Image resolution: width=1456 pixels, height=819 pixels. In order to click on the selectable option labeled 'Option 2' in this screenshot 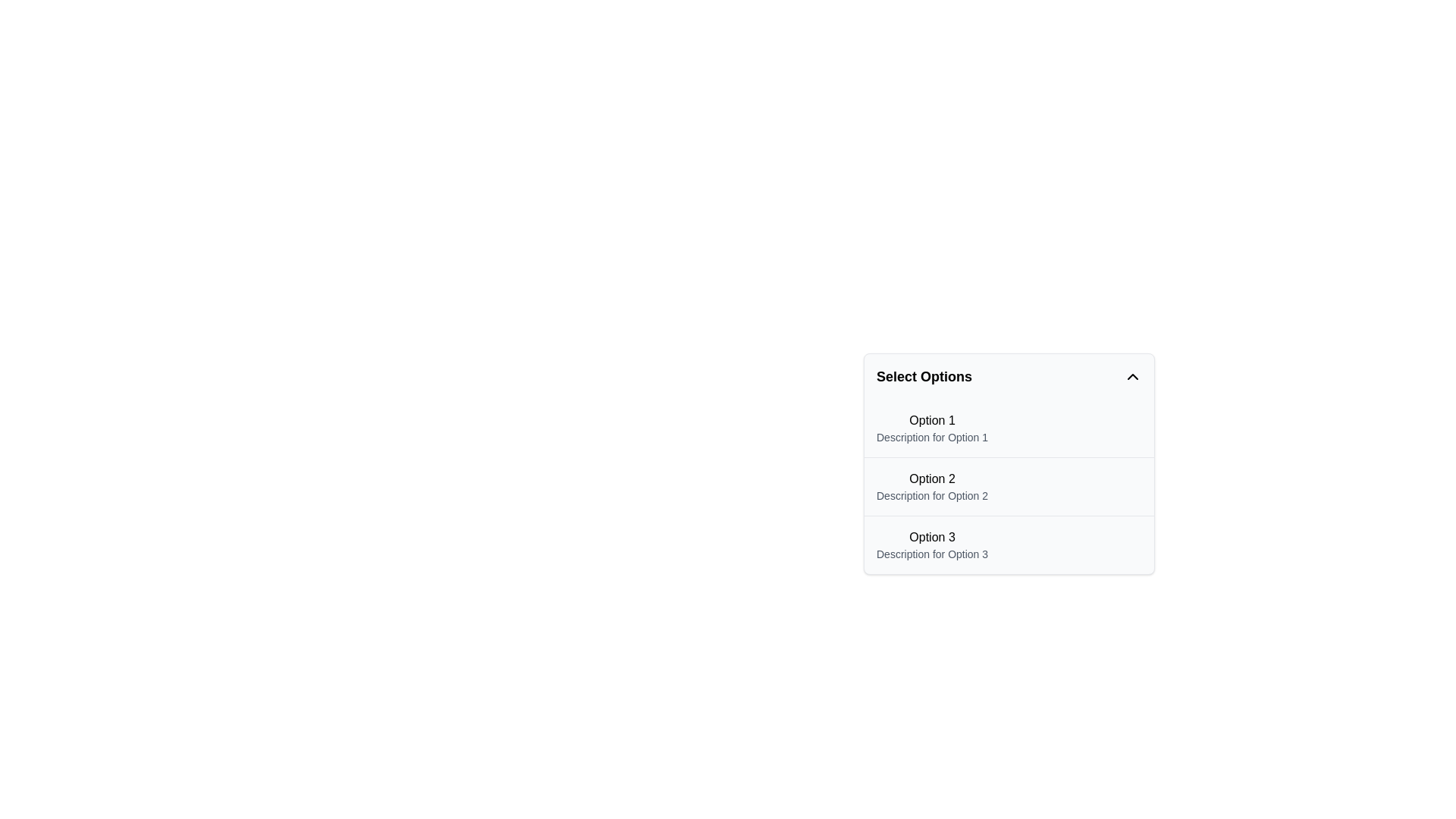, I will do `click(1009, 463)`.